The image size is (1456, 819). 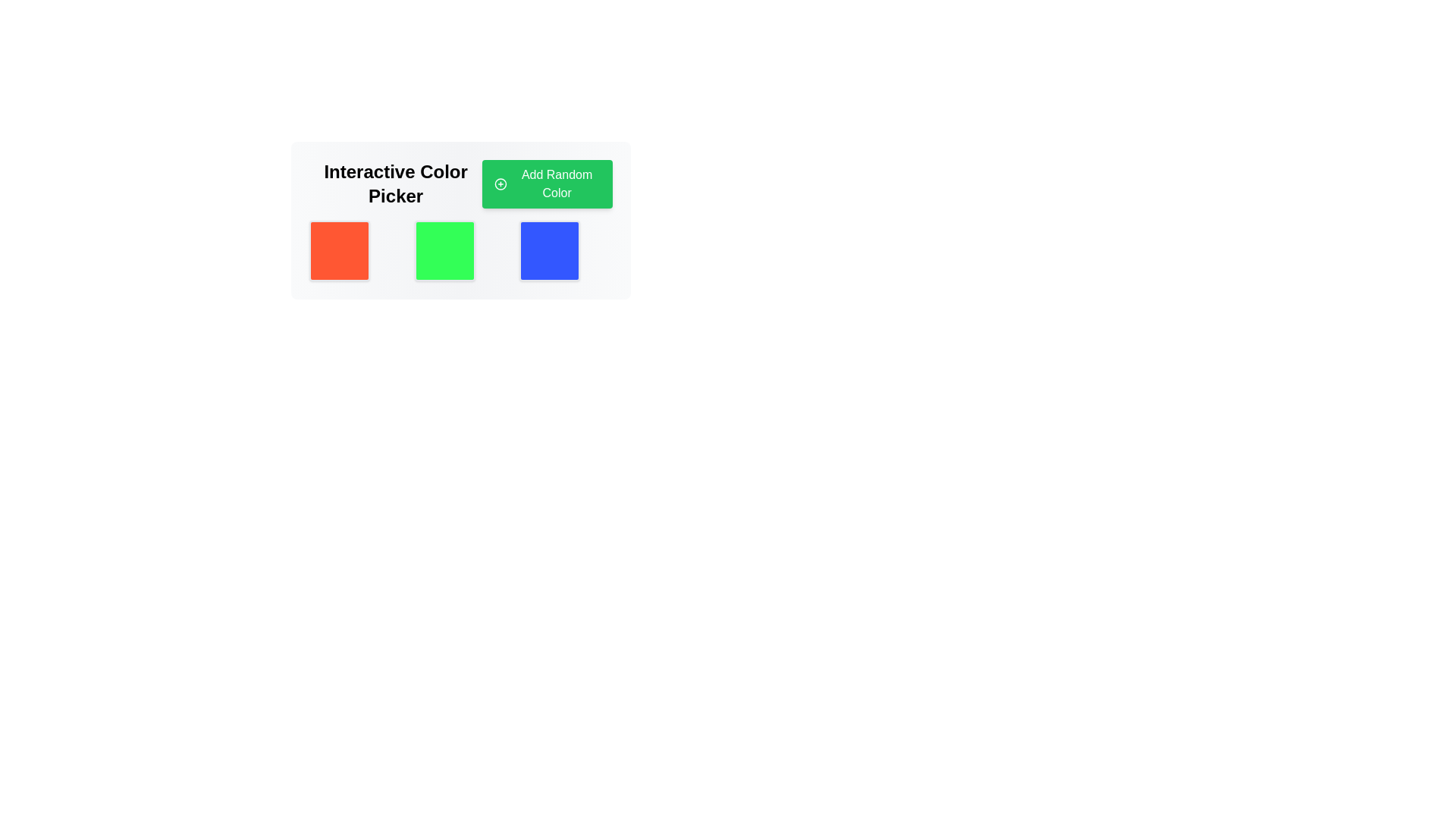 I want to click on the rightmost color block in the Interactive Color Picker section, so click(x=549, y=250).